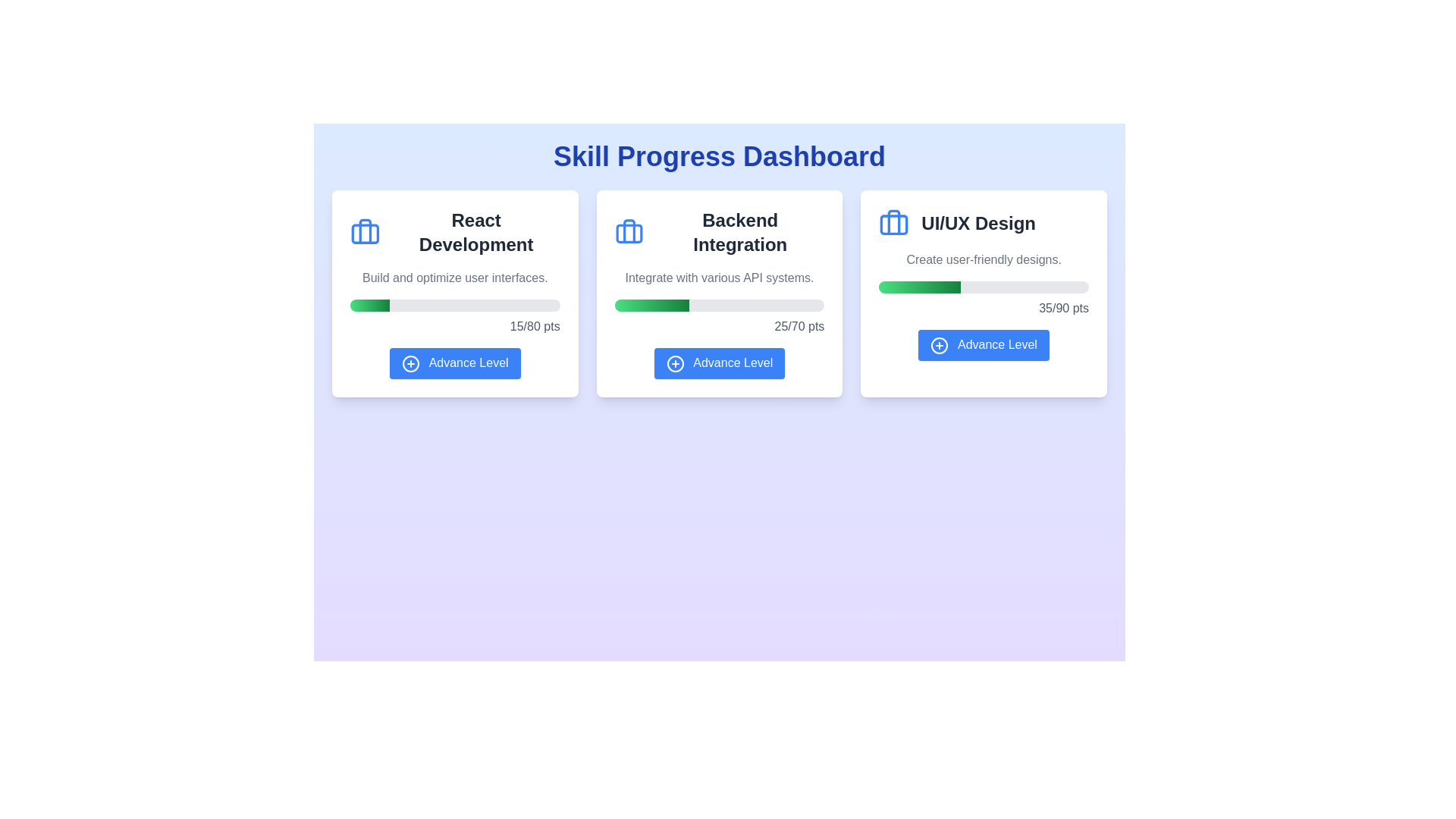 Image resolution: width=1456 pixels, height=819 pixels. What do you see at coordinates (674, 363) in the screenshot?
I see `the circular icon with a plus symbol inside, which is part of the 'Advance Level' button in the center card labeled 'Backend Integration'` at bounding box center [674, 363].